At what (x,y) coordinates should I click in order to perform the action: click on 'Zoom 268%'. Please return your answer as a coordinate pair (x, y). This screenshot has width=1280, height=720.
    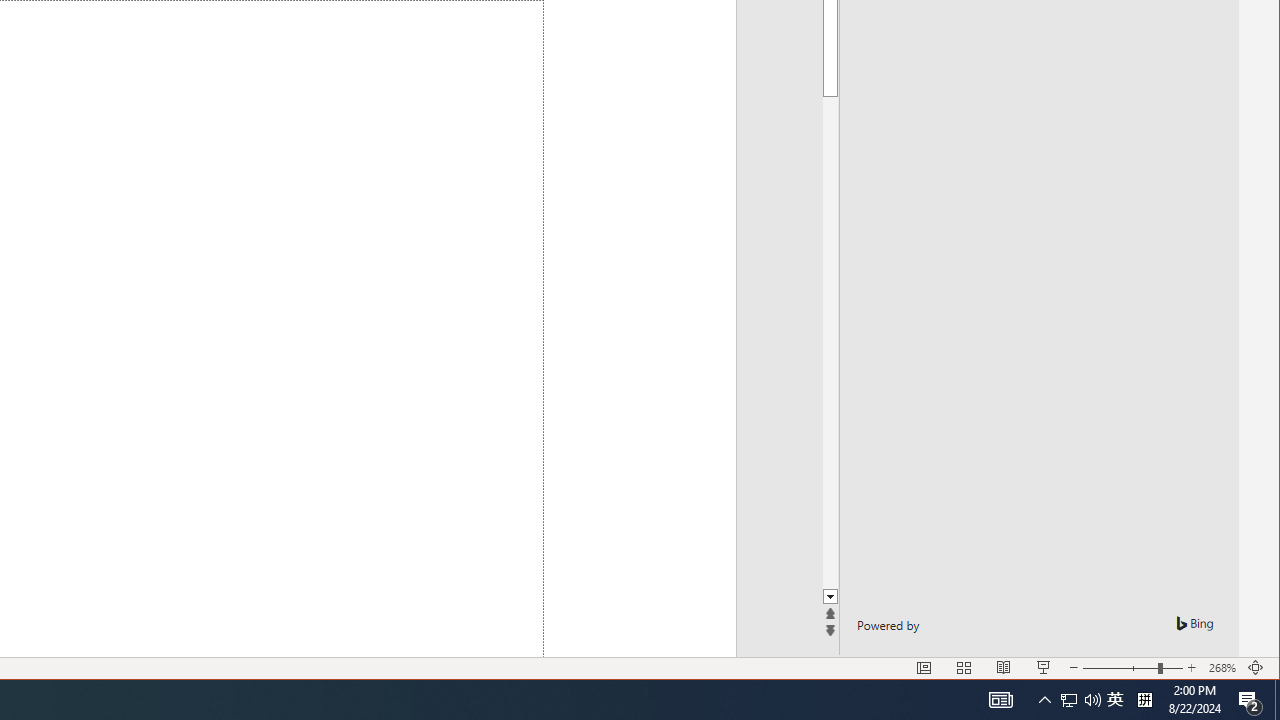
    Looking at the image, I should click on (1221, 668).